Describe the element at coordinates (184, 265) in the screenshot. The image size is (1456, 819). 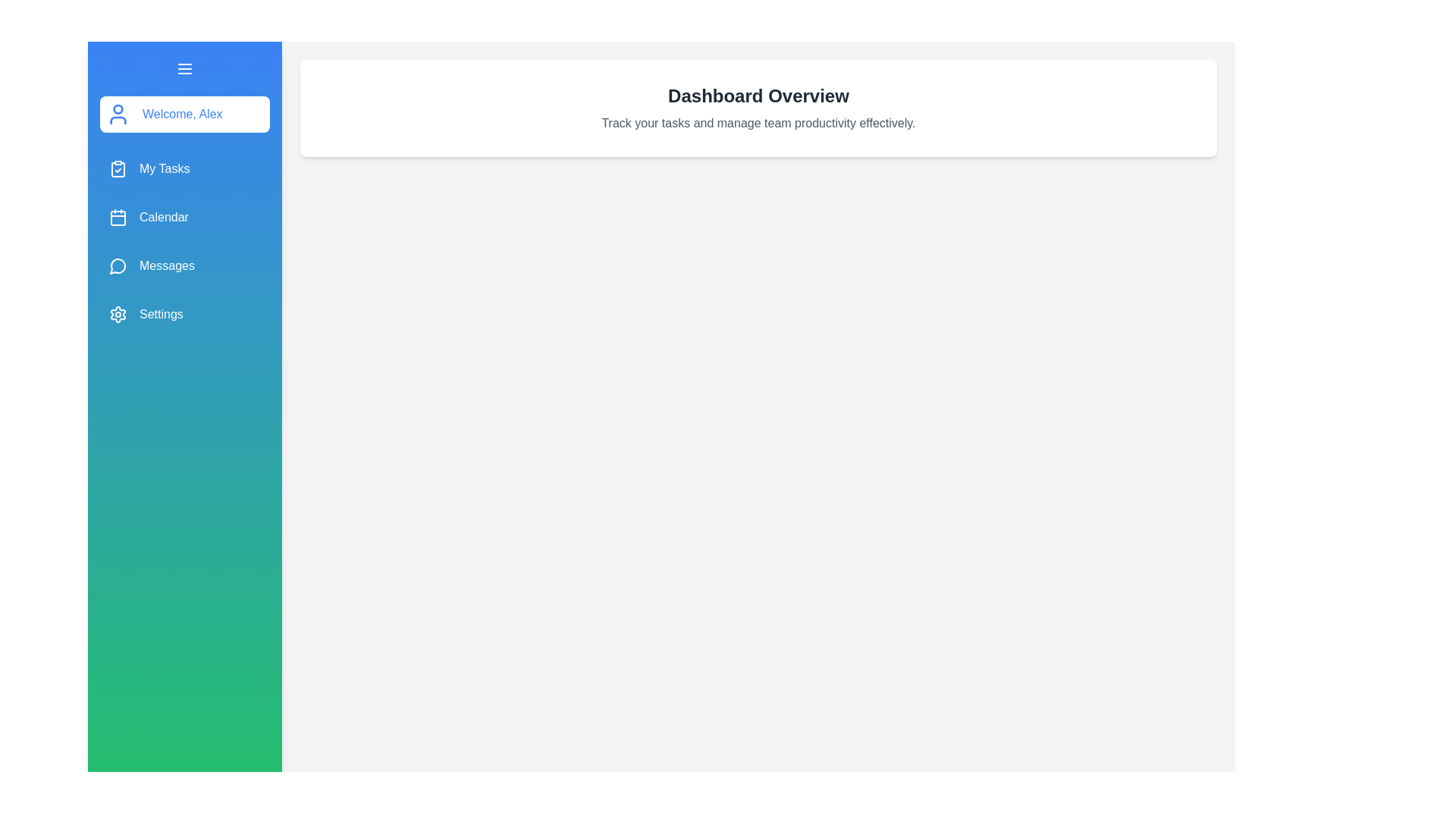
I see `the 'Messages' menu item` at that location.